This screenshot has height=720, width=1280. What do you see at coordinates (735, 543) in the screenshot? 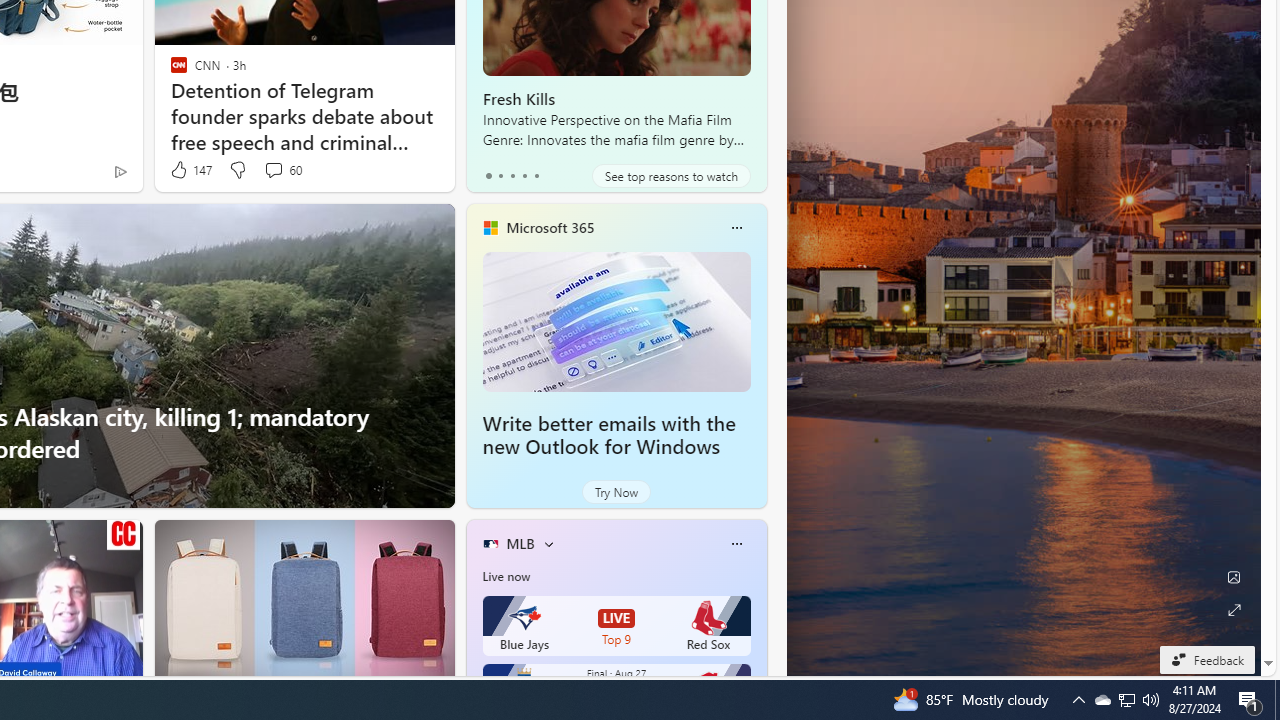
I see `'Class: icon-img'` at bounding box center [735, 543].